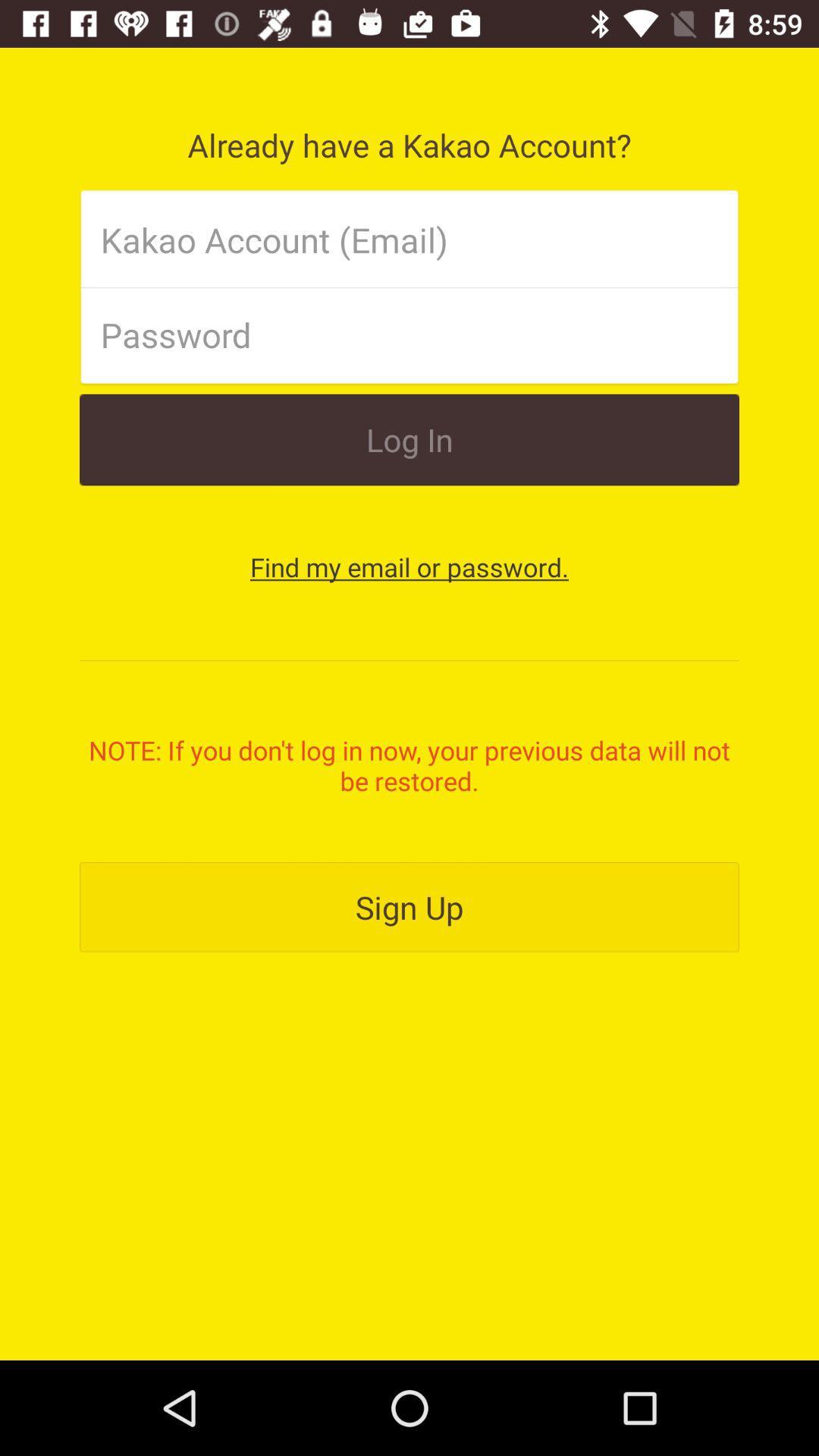 The image size is (819, 1456). What do you see at coordinates (409, 566) in the screenshot?
I see `the button below log in` at bounding box center [409, 566].